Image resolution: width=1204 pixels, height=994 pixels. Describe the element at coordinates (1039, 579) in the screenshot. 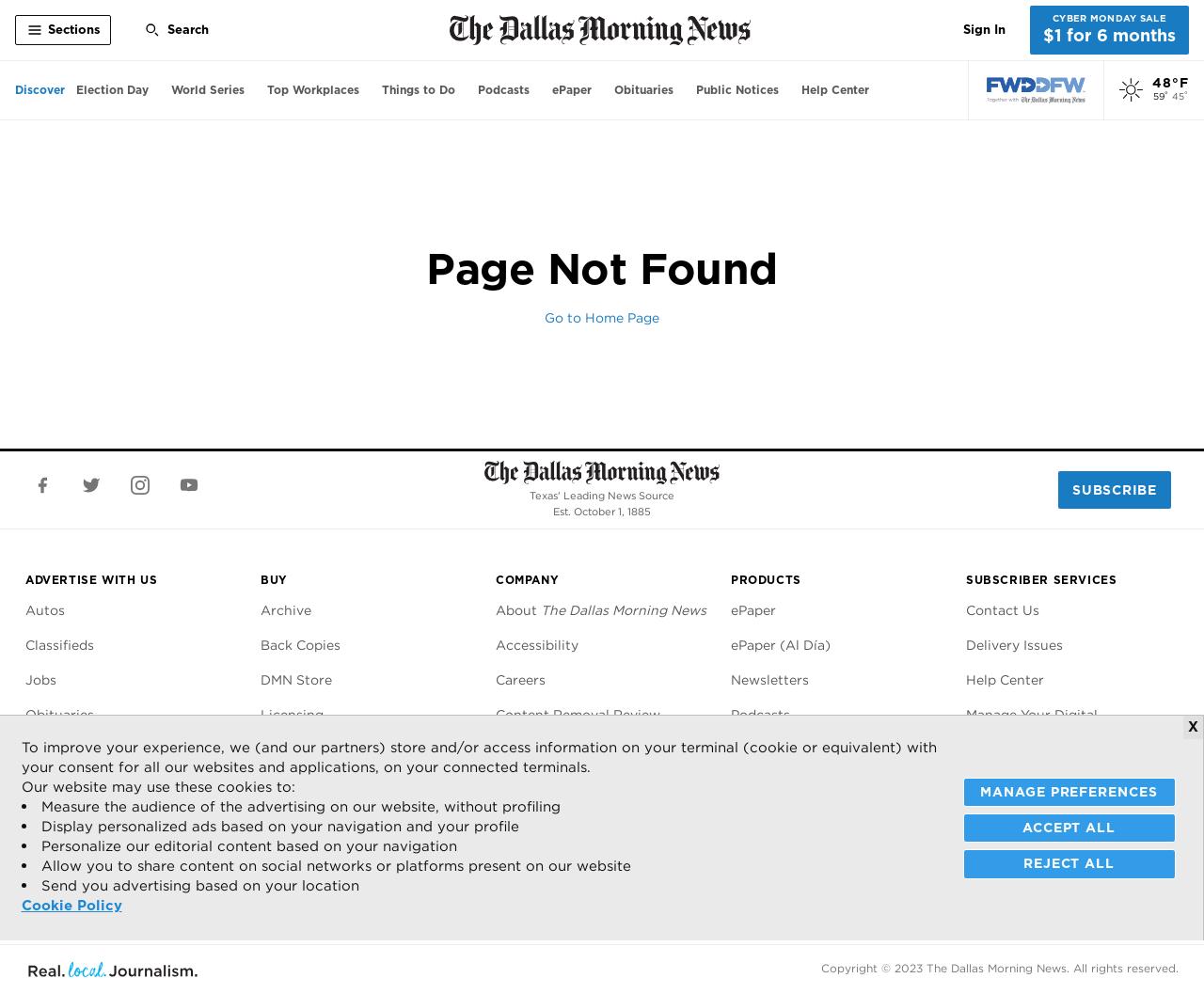

I see `'Subscriber Services'` at that location.